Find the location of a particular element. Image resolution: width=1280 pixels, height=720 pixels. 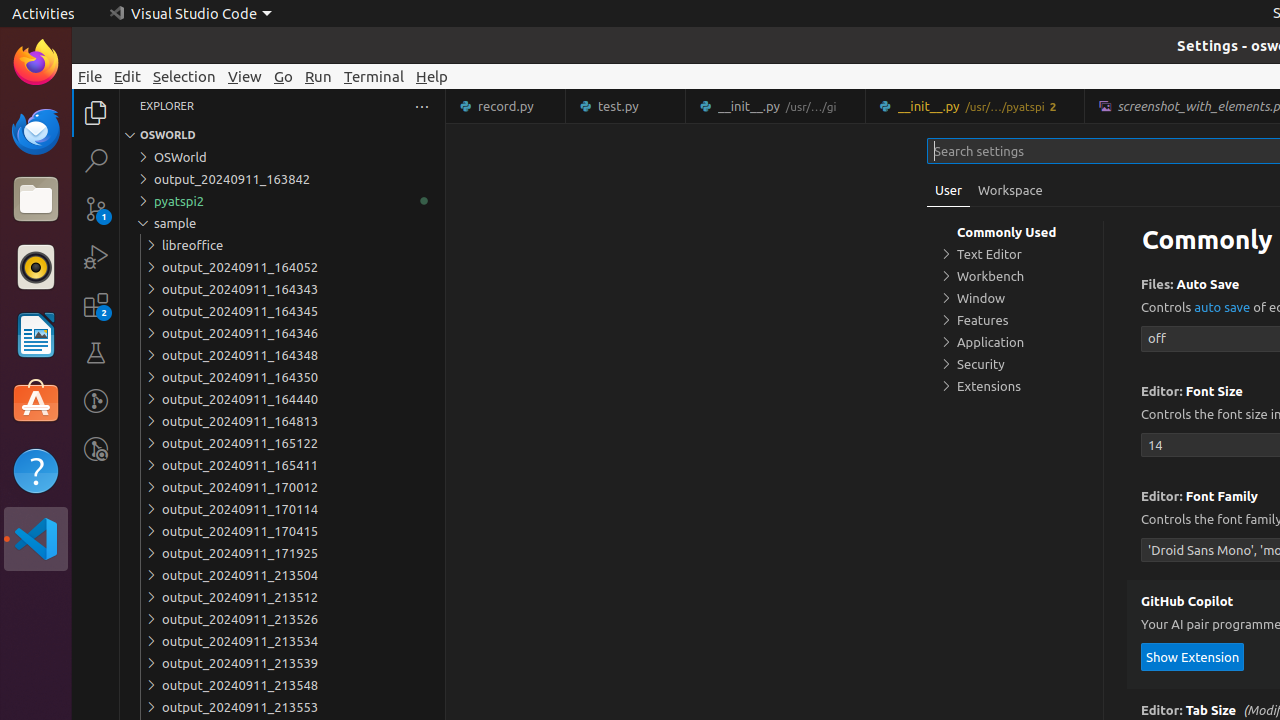

'output_20240911_164345' is located at coordinates (281, 310).